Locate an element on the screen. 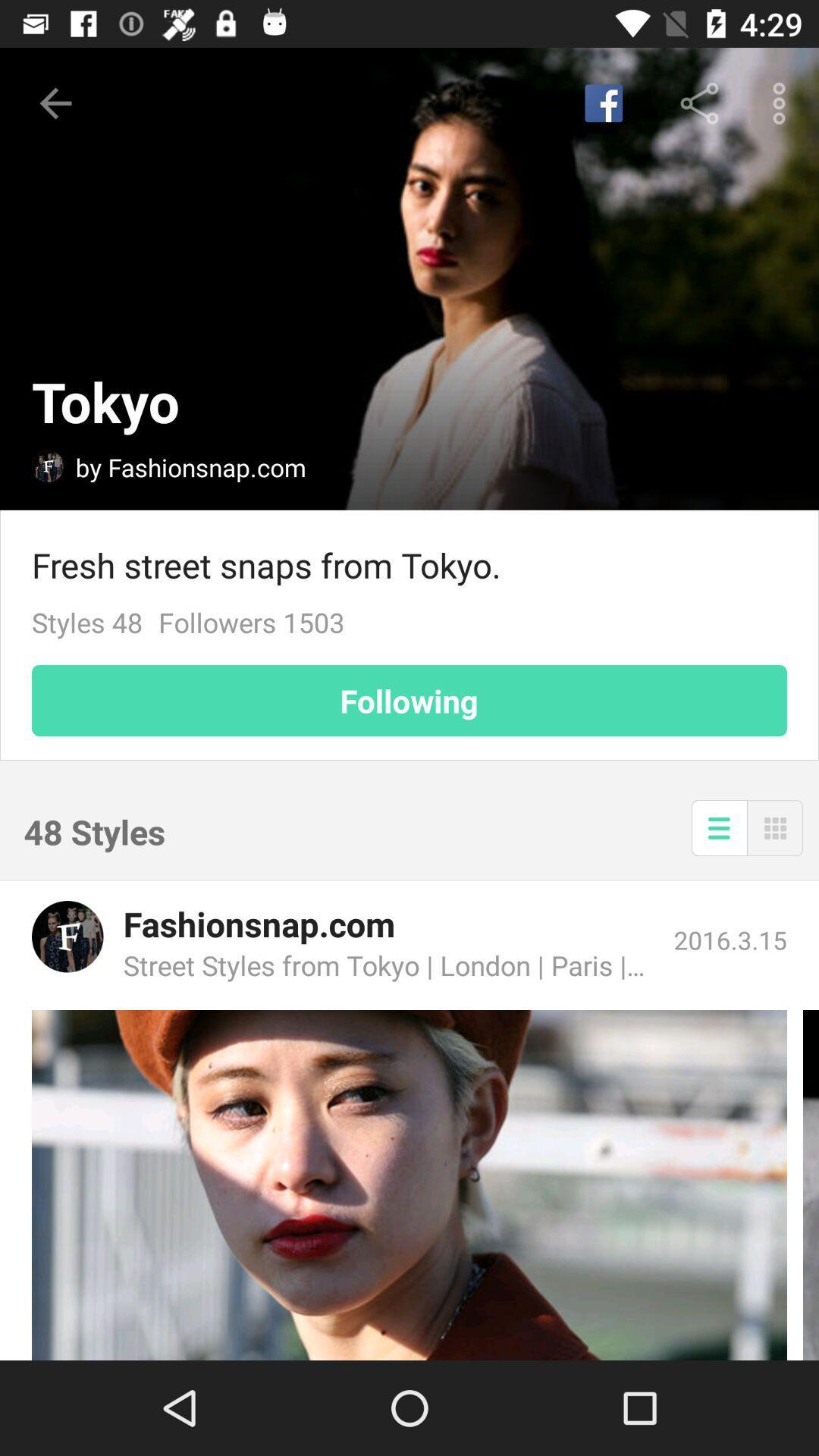  fashionsnap.com is located at coordinates (67, 936).